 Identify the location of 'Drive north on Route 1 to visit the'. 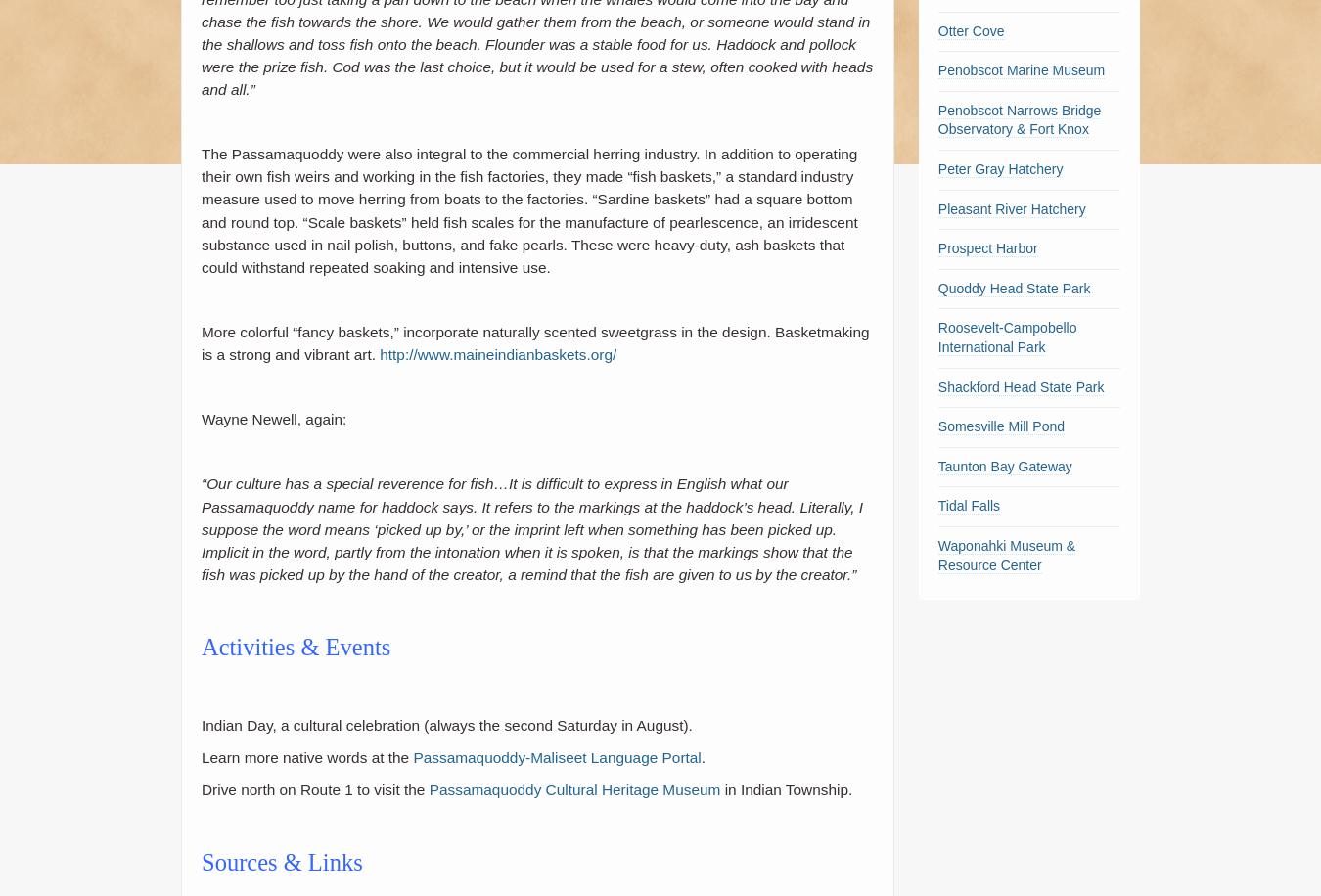
(313, 789).